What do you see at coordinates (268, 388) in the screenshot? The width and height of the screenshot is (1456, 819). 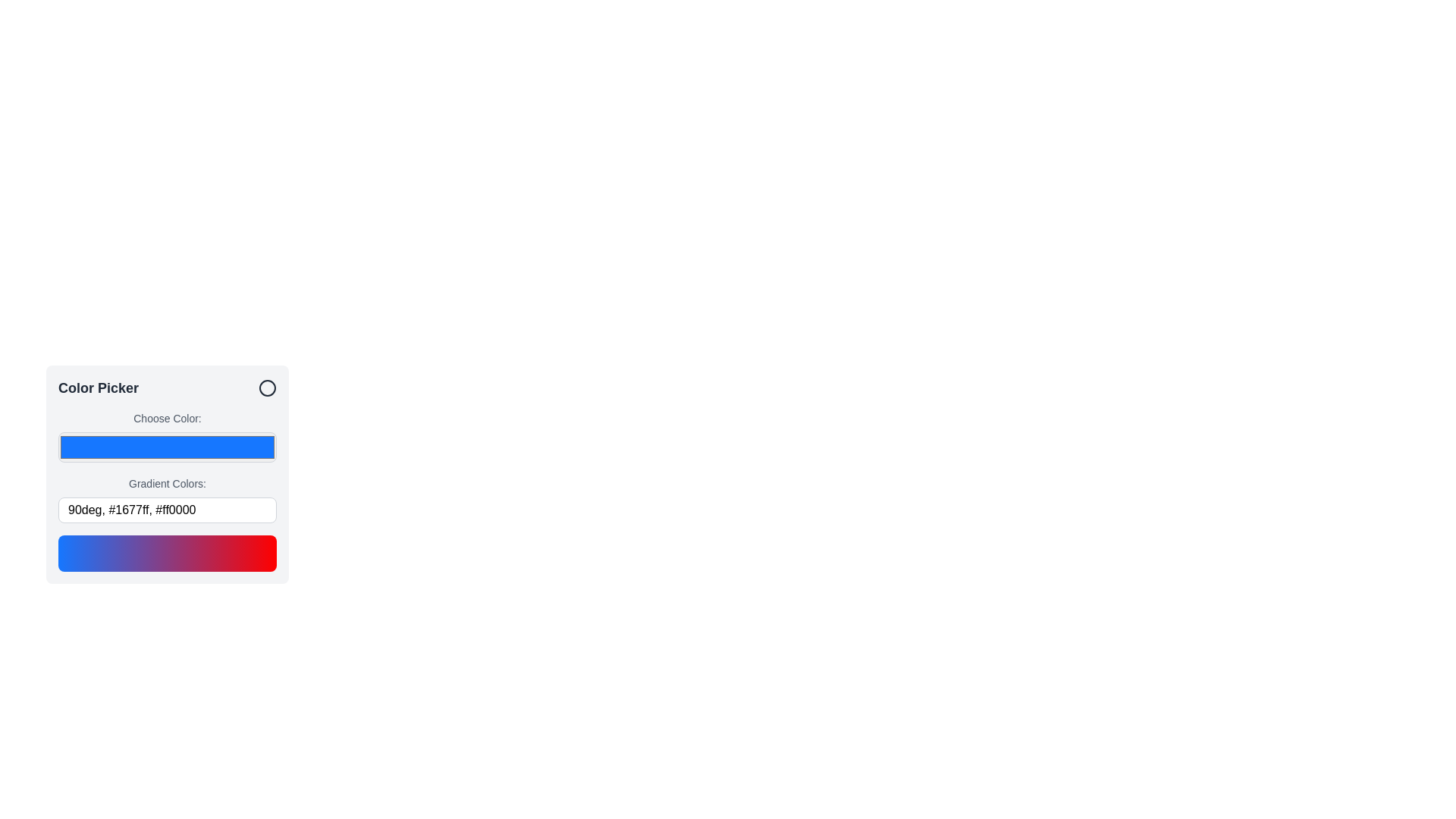 I see `the decorative icon located in the top-right corner of the 'Color Picker' section, positioned to the right of the 'Color Picker' label` at bounding box center [268, 388].